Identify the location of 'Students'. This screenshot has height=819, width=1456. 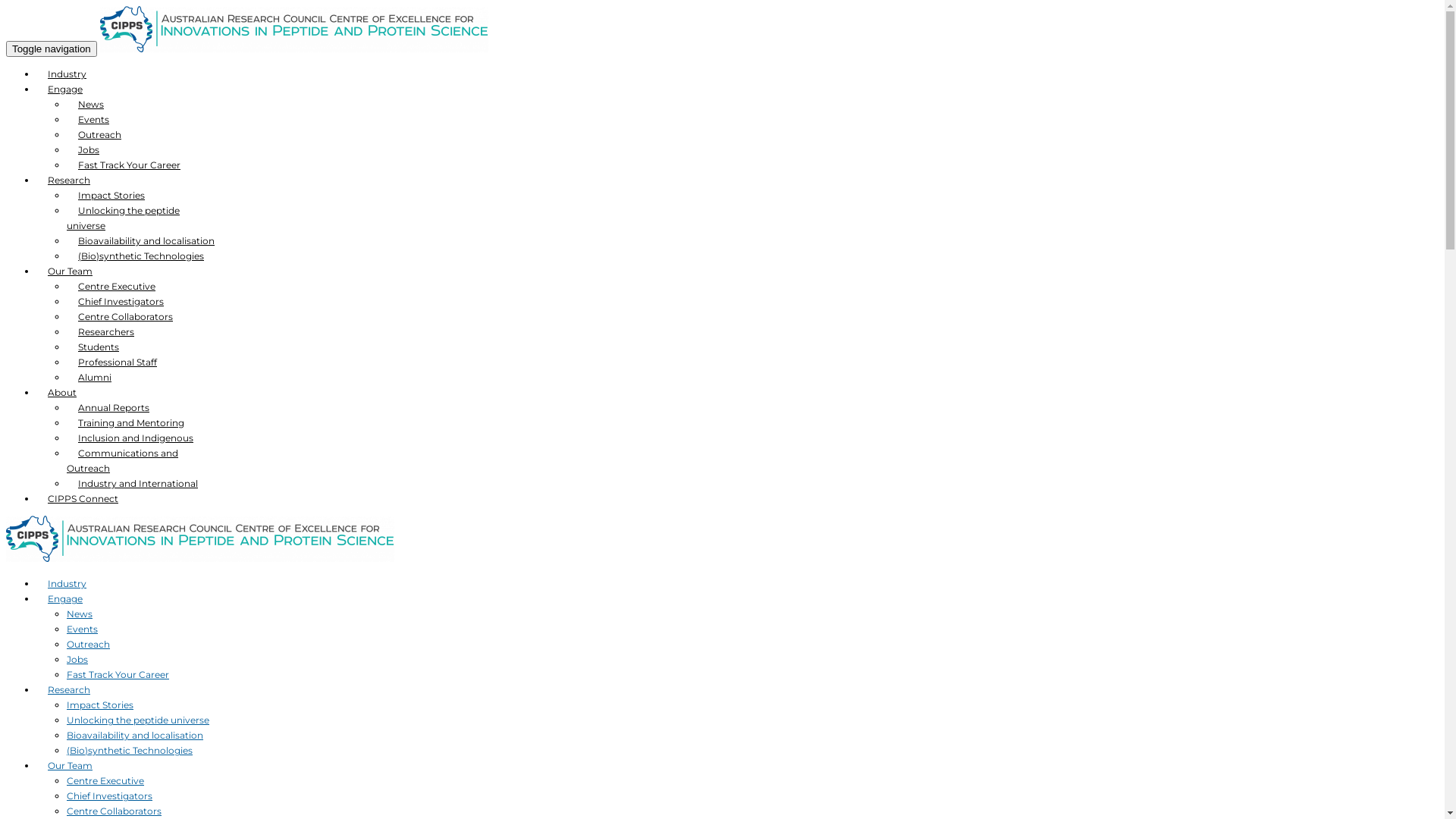
(97, 347).